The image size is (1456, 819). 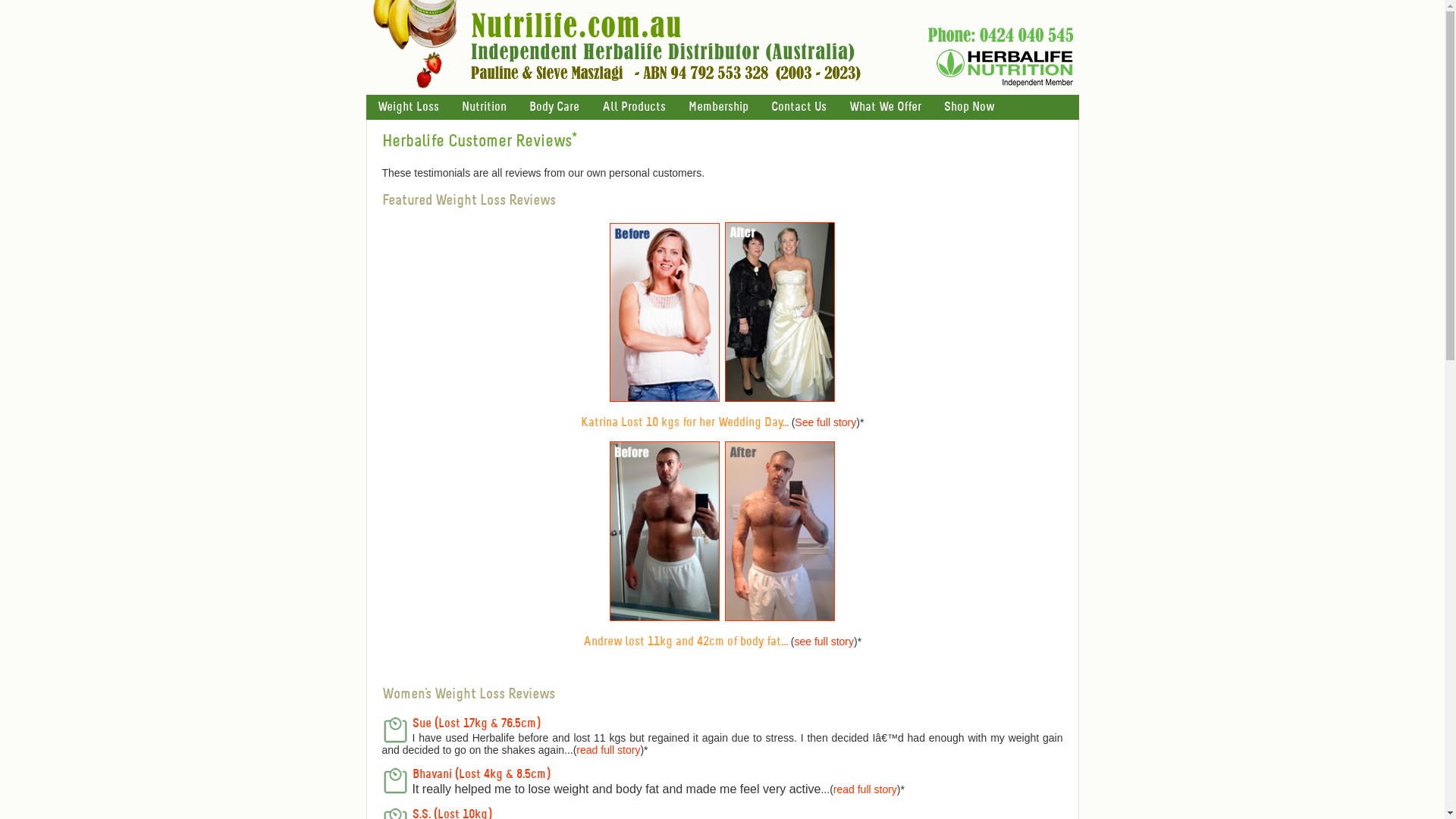 What do you see at coordinates (798, 106) in the screenshot?
I see `'Contact Us'` at bounding box center [798, 106].